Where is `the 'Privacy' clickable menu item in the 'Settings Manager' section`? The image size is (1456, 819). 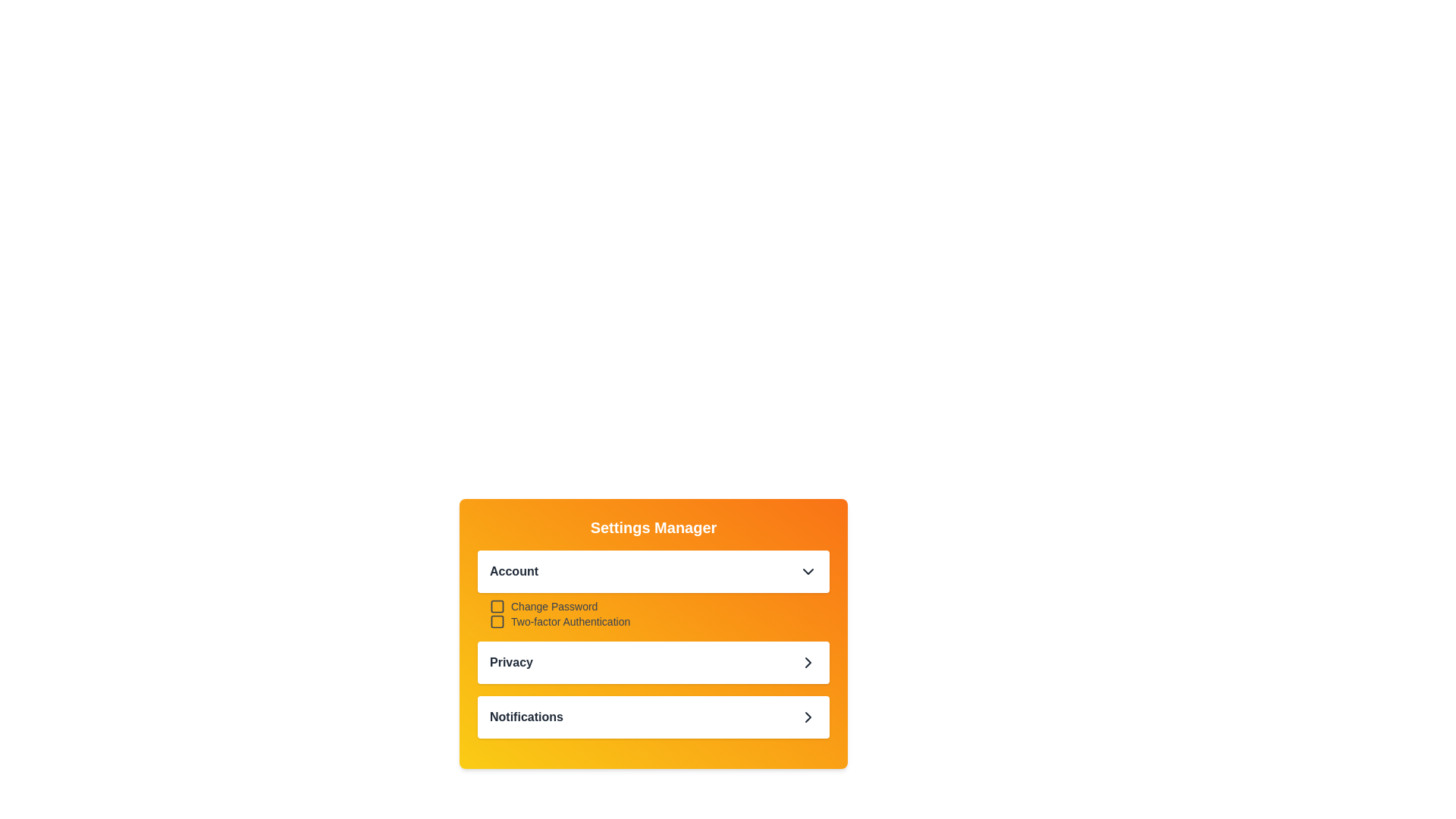
the 'Privacy' clickable menu item in the 'Settings Manager' section is located at coordinates (654, 662).